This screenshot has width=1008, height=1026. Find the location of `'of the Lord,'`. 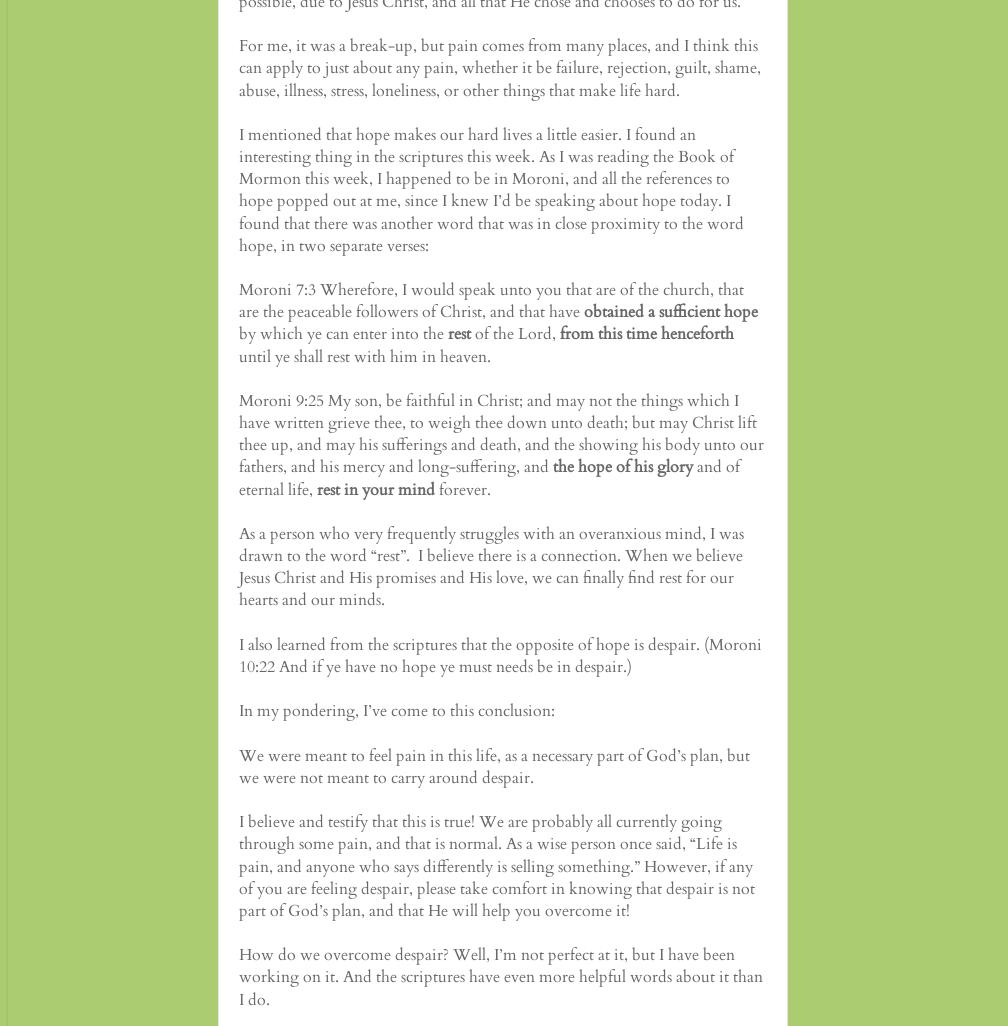

'of the Lord,' is located at coordinates (515, 333).